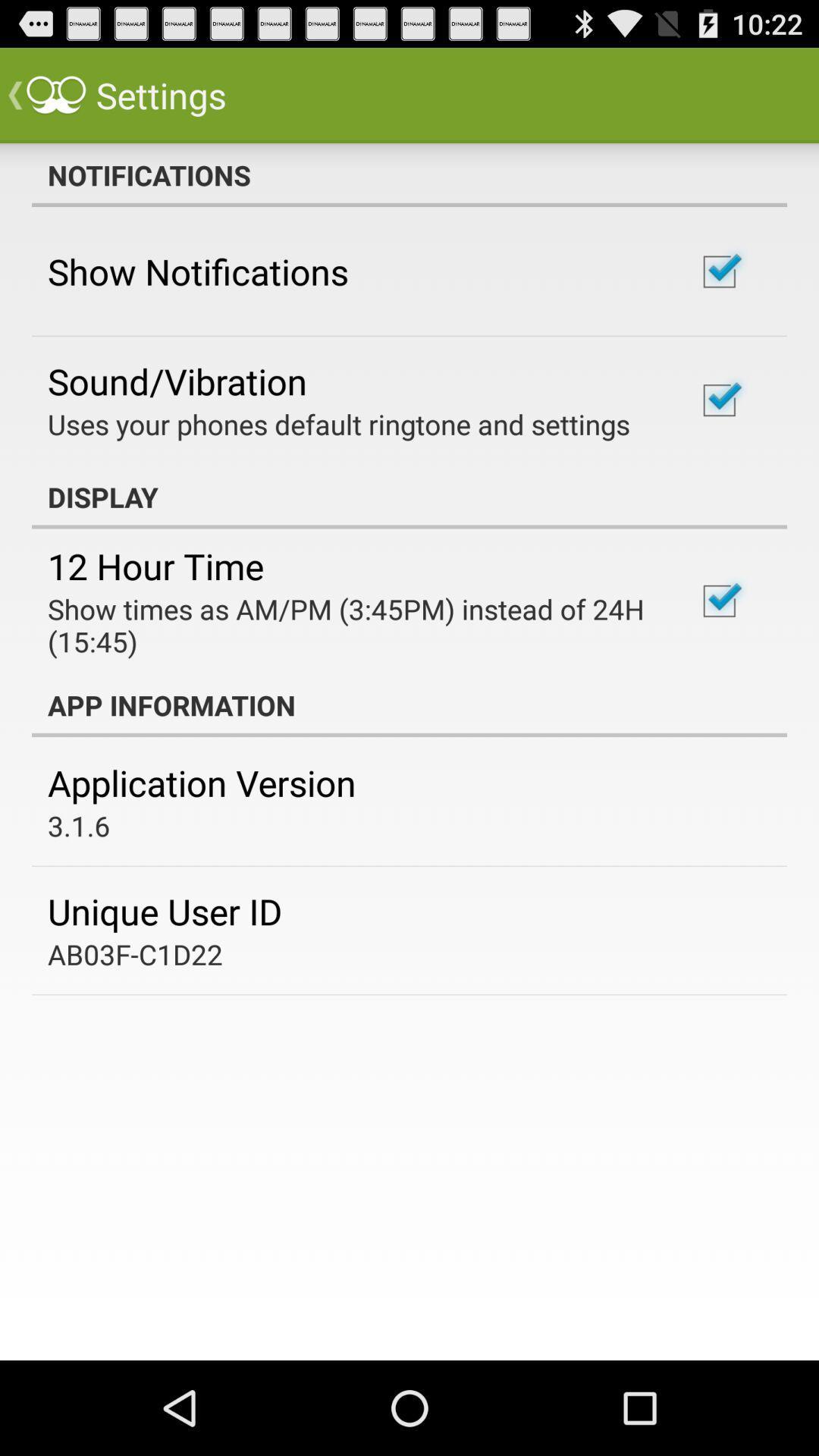  What do you see at coordinates (351, 625) in the screenshot?
I see `the show times as app` at bounding box center [351, 625].